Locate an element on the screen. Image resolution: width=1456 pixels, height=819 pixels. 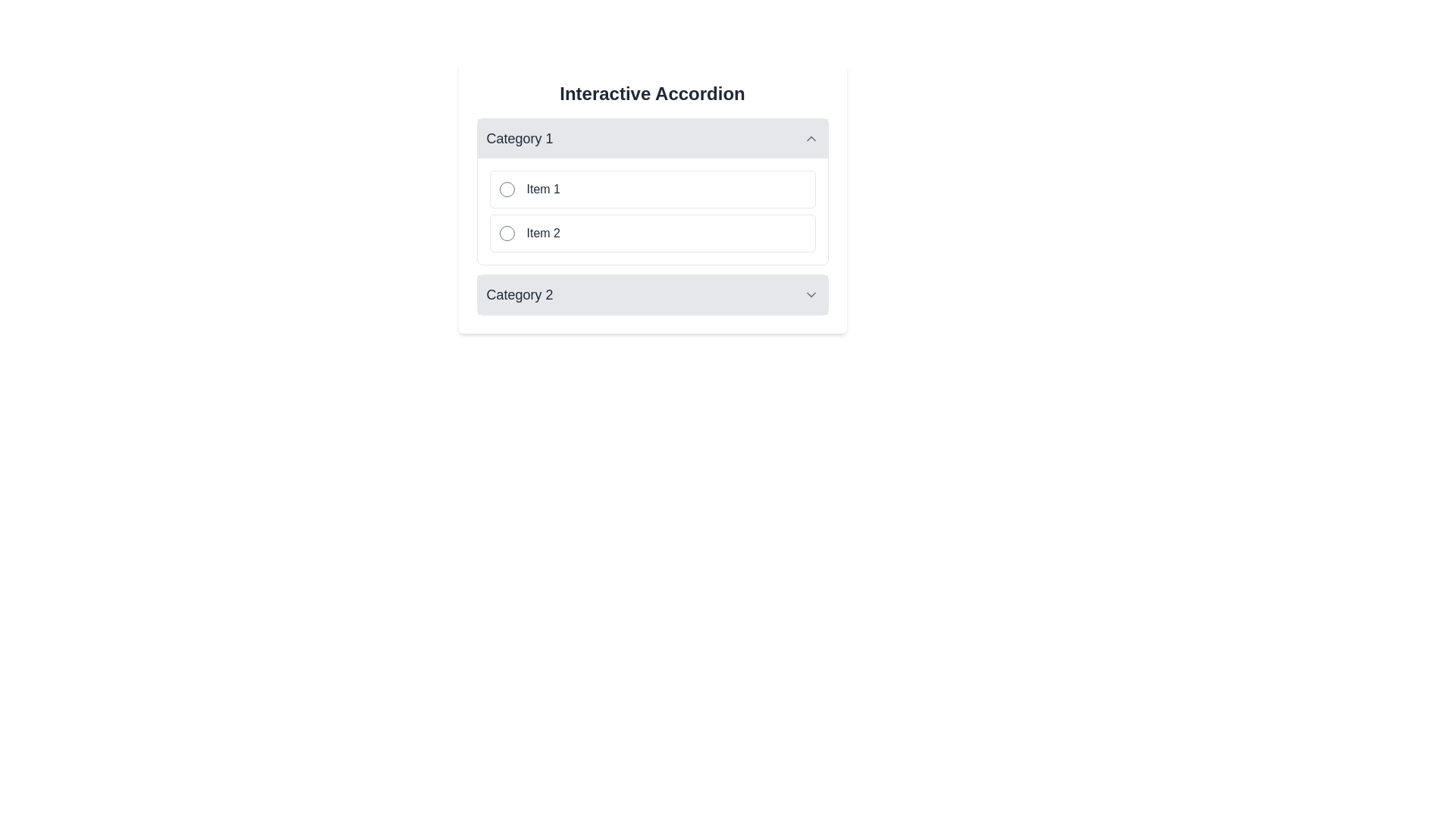
the second Accordion title bar is located at coordinates (652, 295).